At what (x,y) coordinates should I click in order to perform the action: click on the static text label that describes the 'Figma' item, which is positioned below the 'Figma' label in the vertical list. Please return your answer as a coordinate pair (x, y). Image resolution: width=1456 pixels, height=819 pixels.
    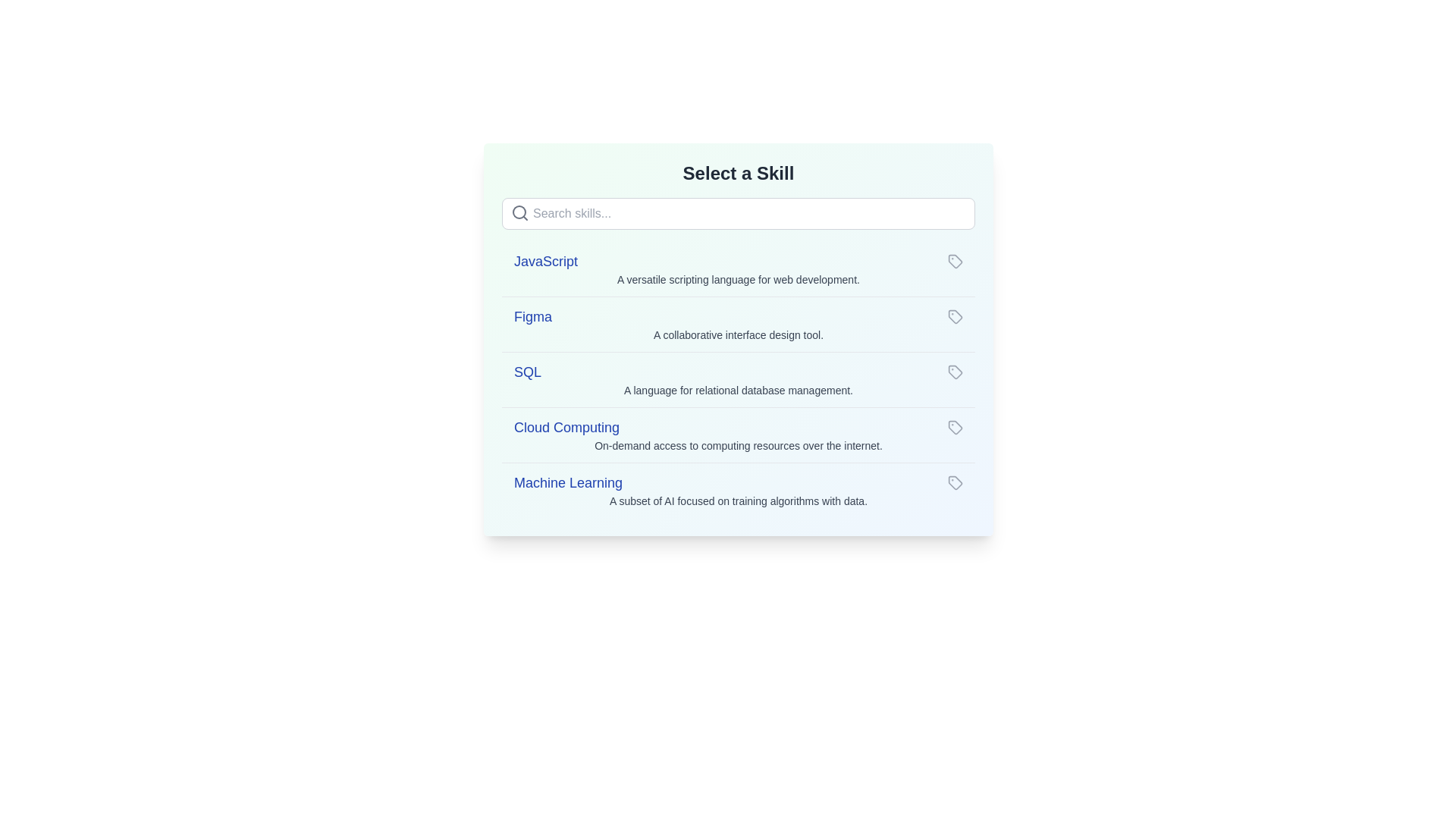
    Looking at the image, I should click on (739, 334).